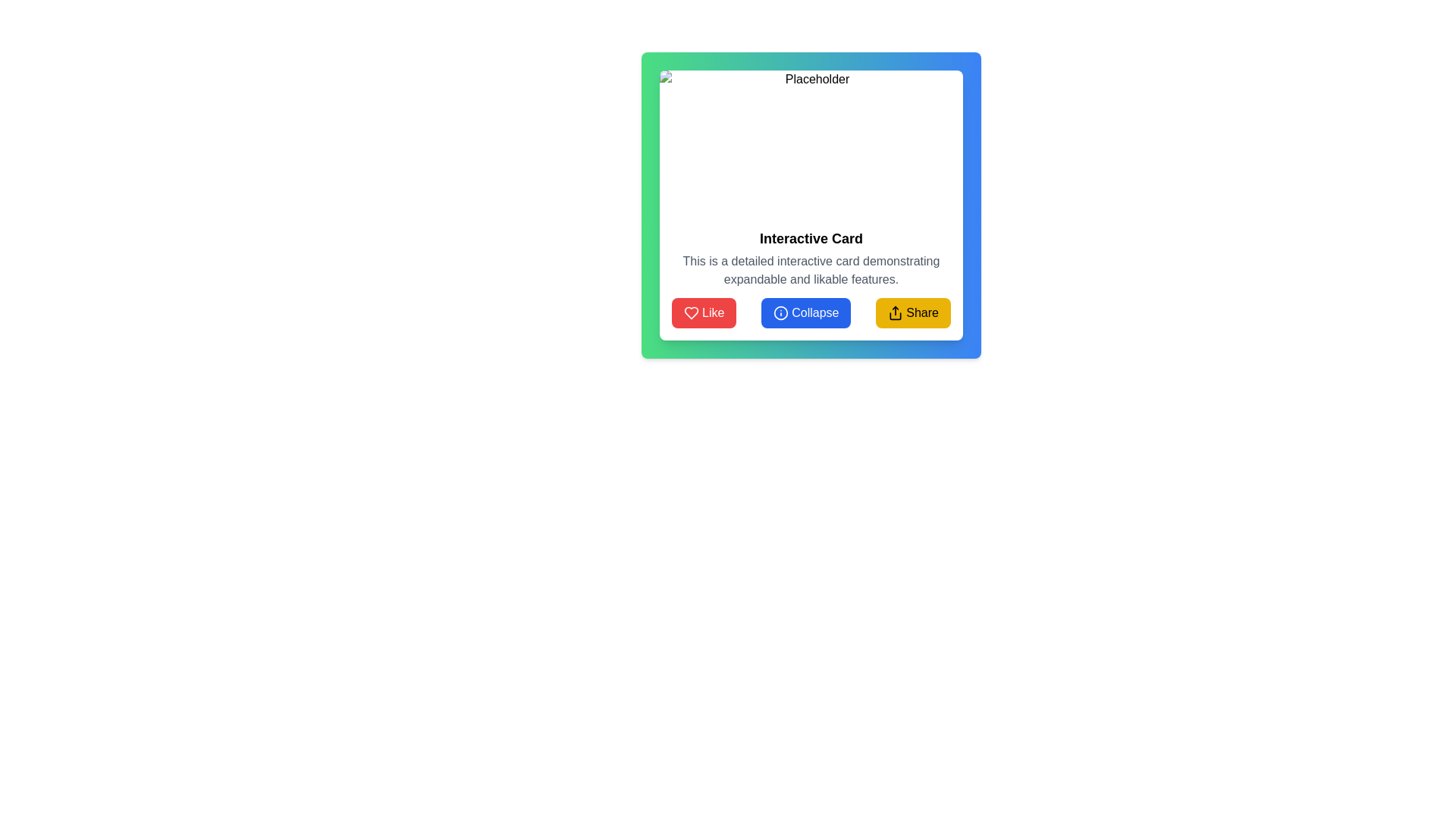 This screenshot has width=1456, height=819. What do you see at coordinates (912, 312) in the screenshot?
I see `the 'Share' button, which is a rectangular button with a bright yellow background, black text, and an upward arrow icon, located at the bottom-right part of a card component` at bounding box center [912, 312].